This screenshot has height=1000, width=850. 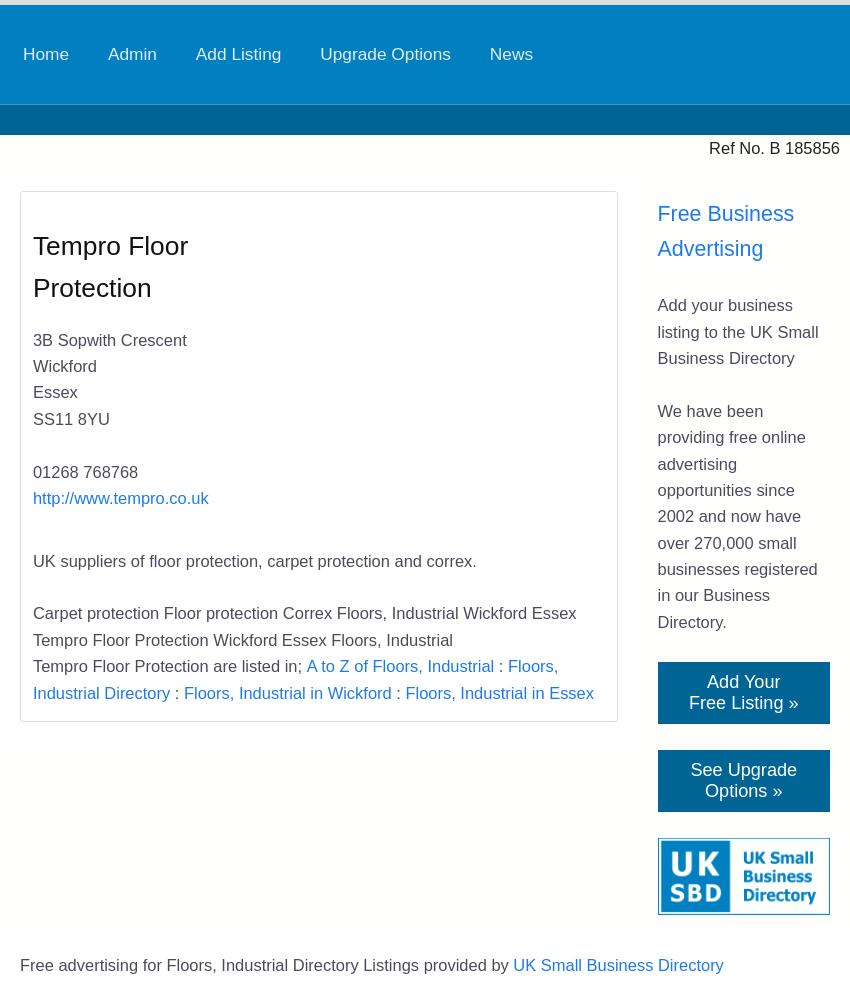 I want to click on 'Essex', so click(x=54, y=392).